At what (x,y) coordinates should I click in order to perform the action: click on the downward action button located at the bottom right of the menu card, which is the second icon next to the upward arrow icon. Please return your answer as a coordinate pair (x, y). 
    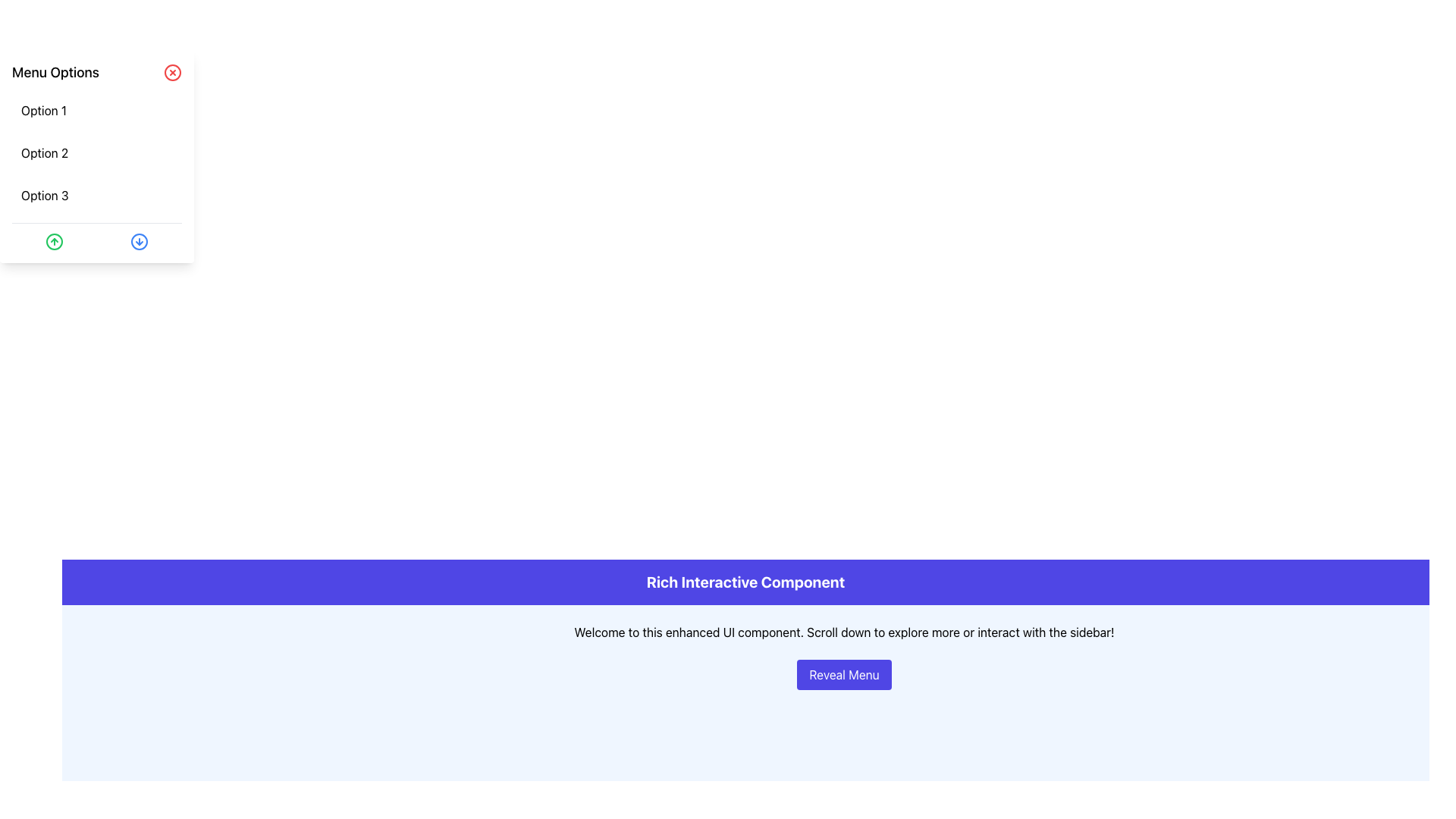
    Looking at the image, I should click on (139, 241).